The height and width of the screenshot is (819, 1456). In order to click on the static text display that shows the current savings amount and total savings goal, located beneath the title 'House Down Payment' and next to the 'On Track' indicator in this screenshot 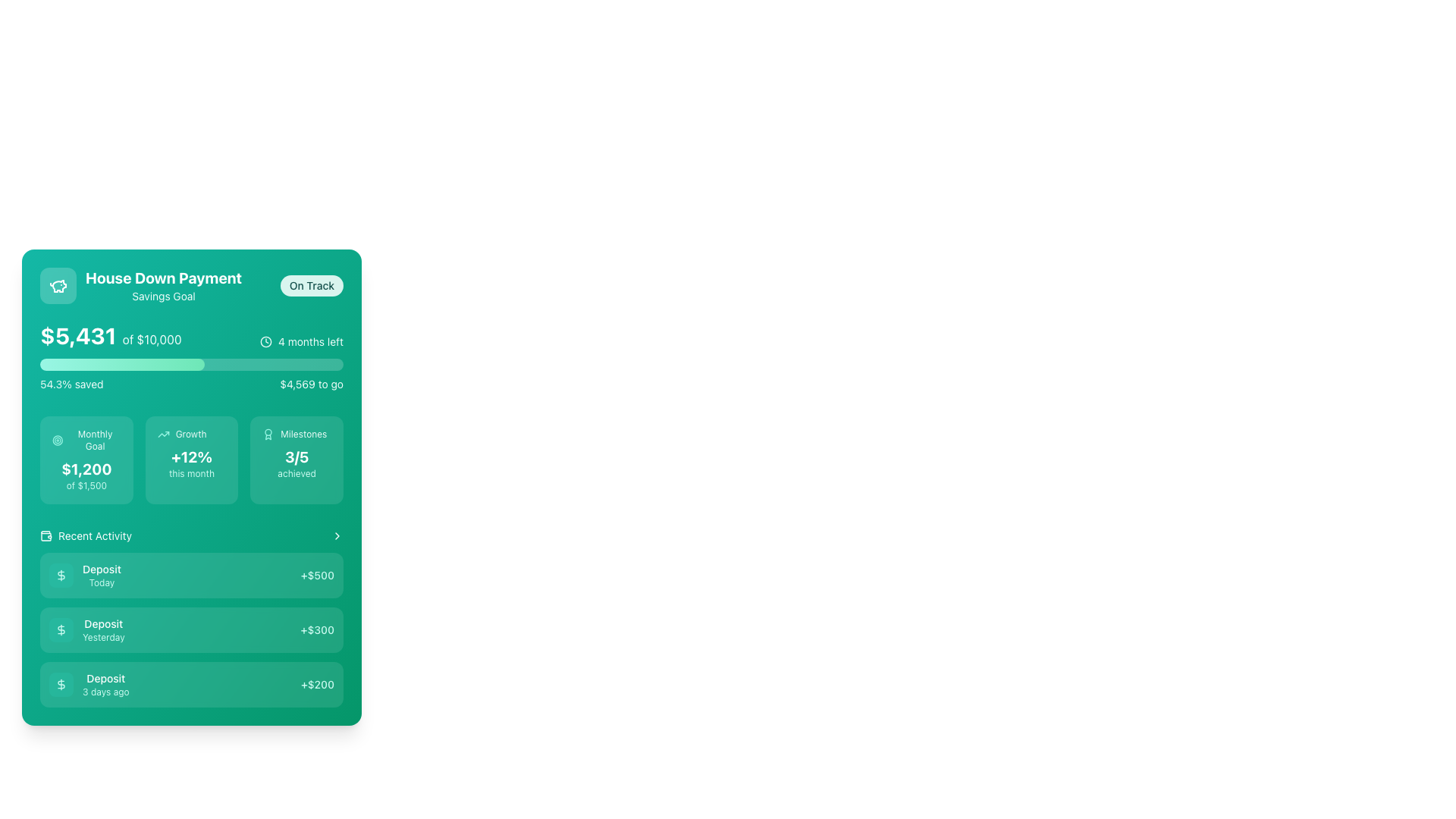, I will do `click(110, 335)`.